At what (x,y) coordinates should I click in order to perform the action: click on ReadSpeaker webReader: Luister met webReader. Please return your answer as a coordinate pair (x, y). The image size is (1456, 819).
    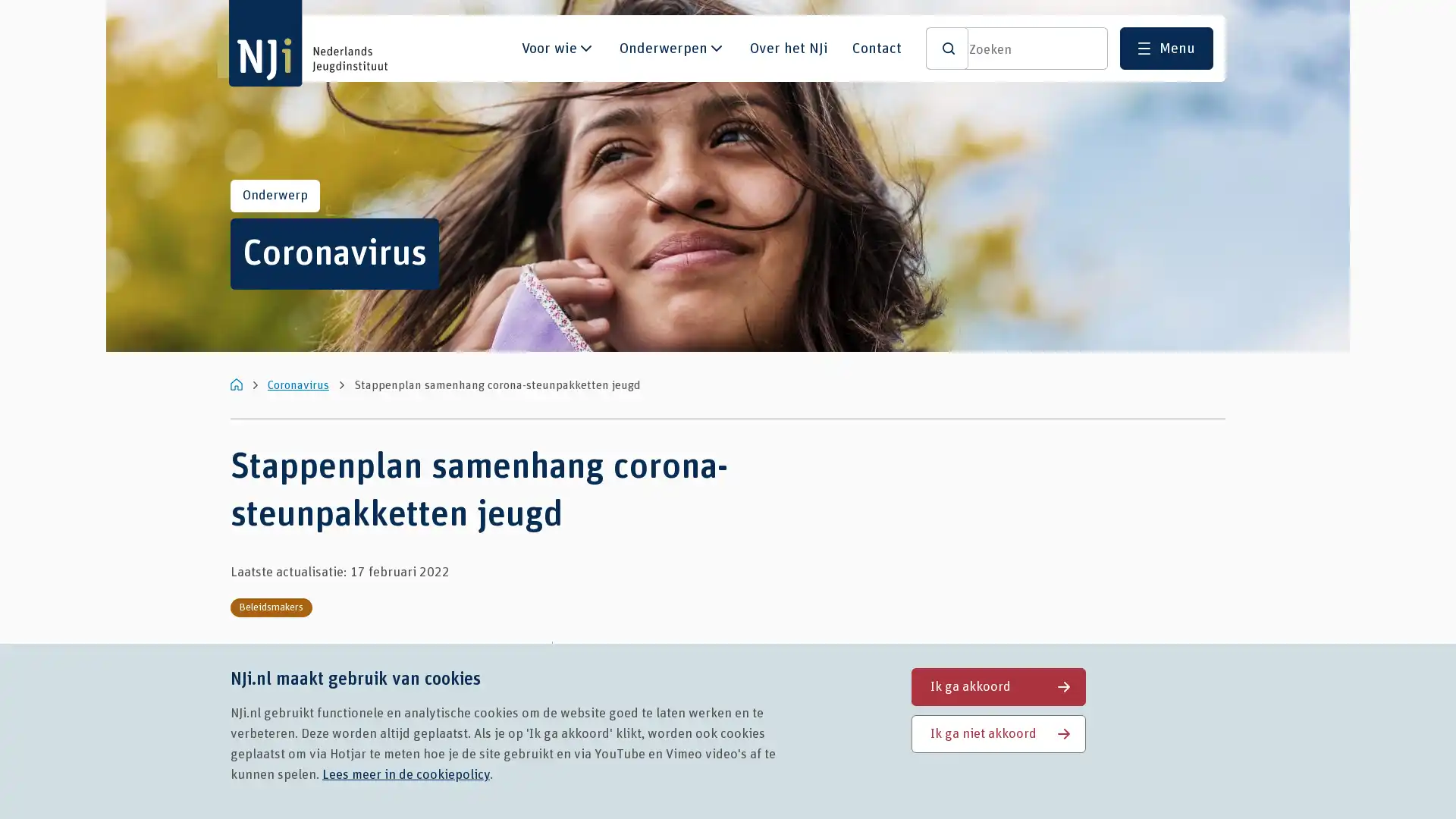
    Looking at the image, I should click on (619, 659).